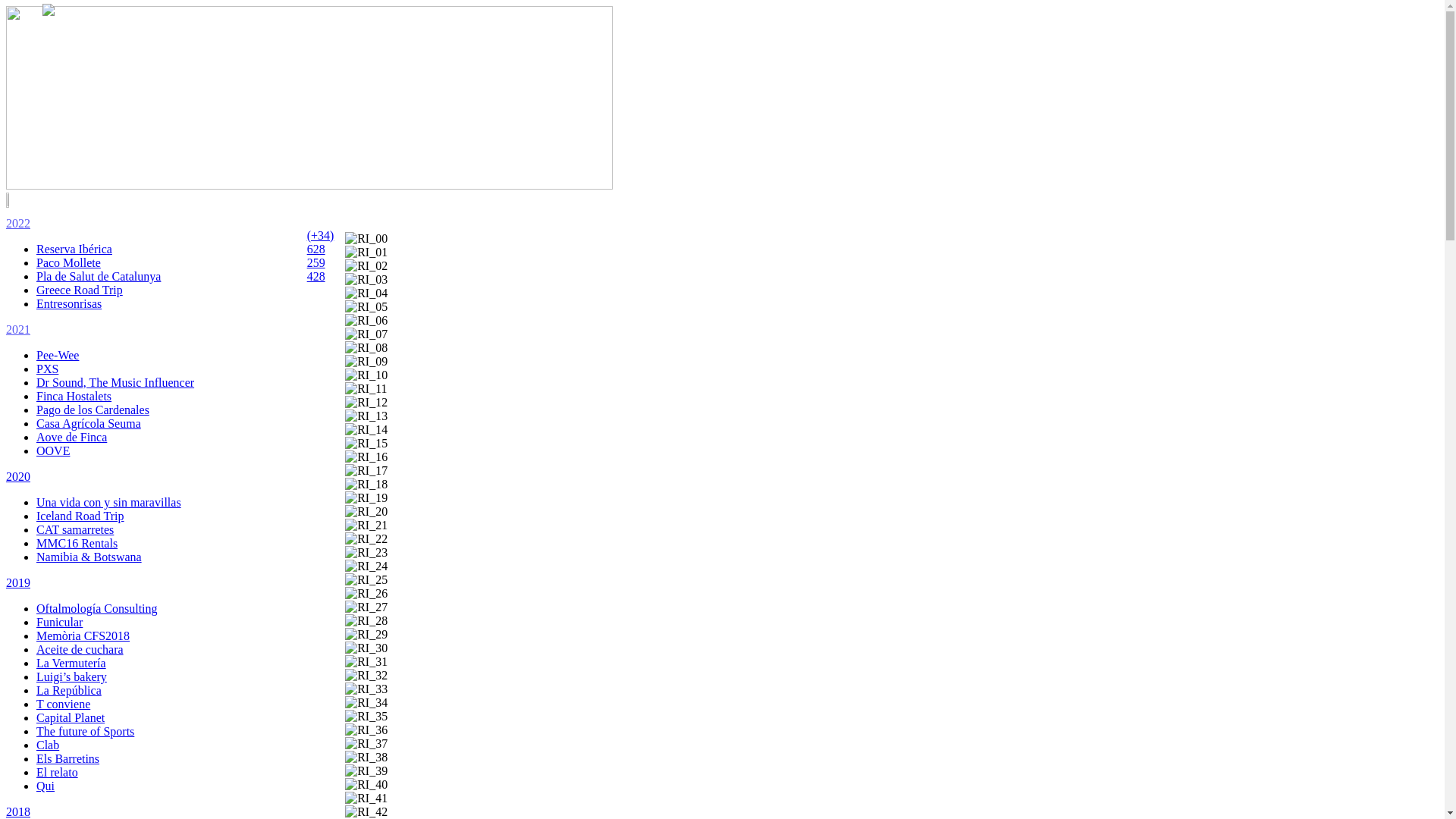 The height and width of the screenshot is (819, 1456). I want to click on 'El relato', so click(57, 772).